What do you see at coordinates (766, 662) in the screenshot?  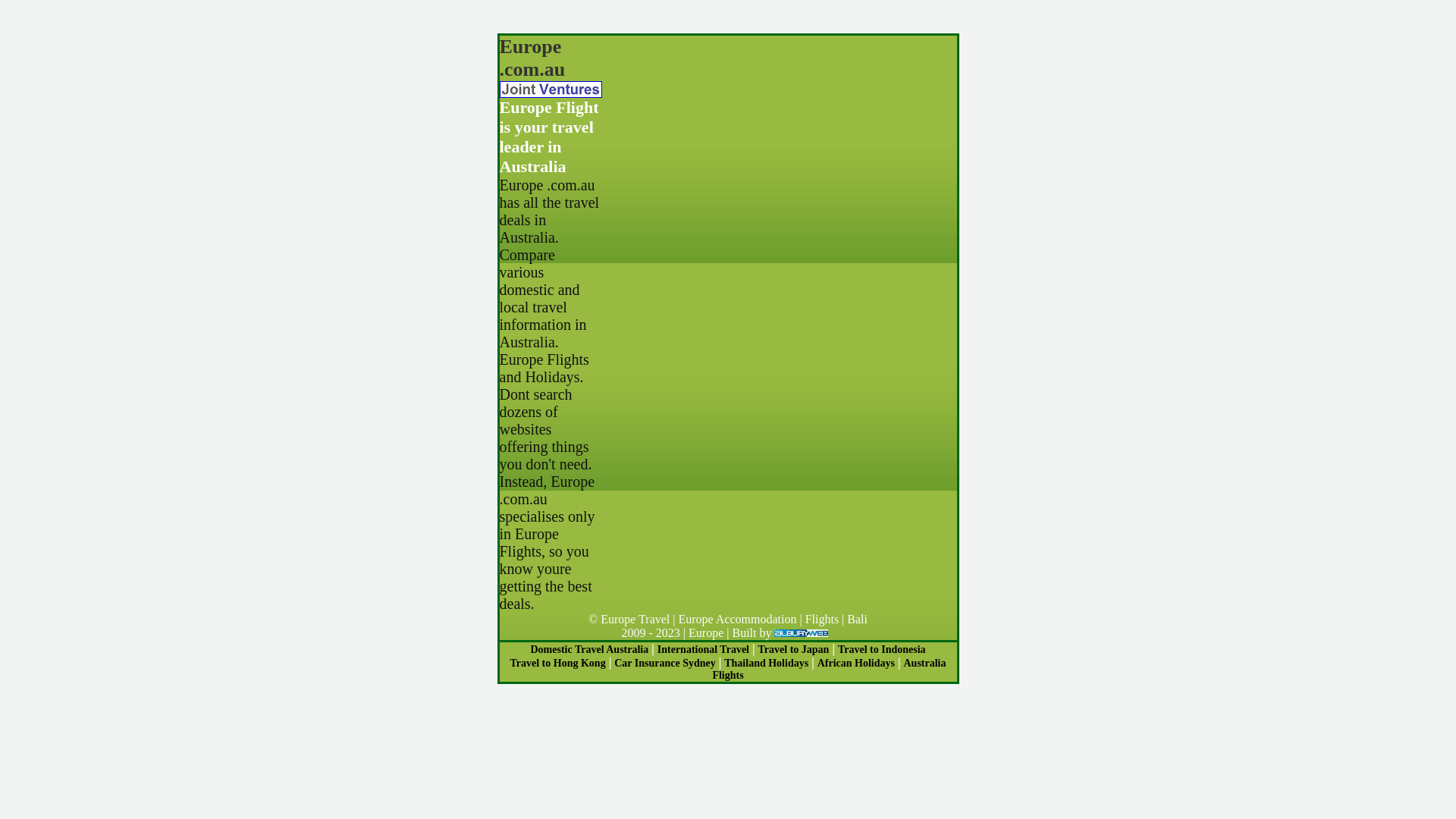 I see `'Thailand Holidays'` at bounding box center [766, 662].